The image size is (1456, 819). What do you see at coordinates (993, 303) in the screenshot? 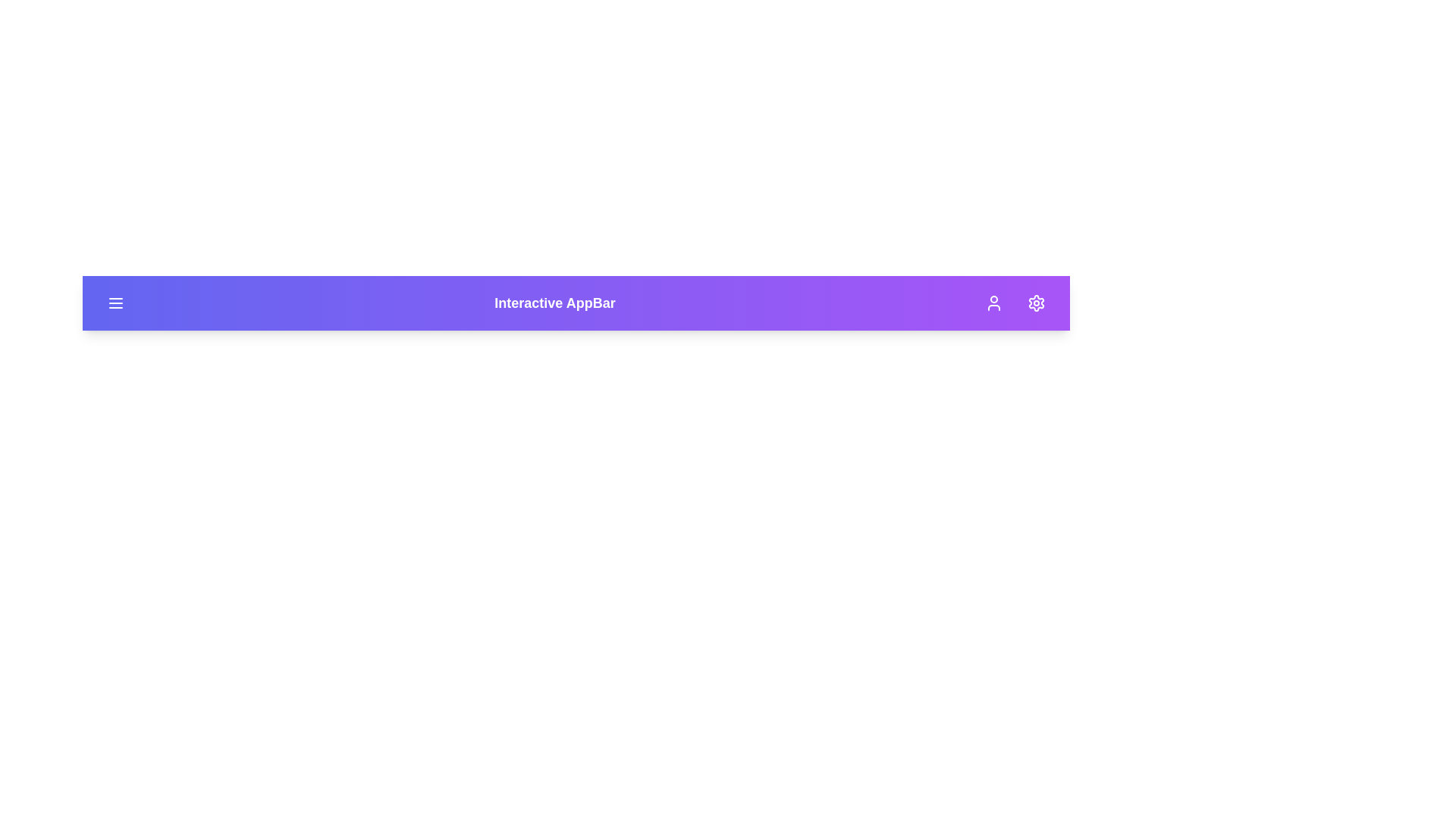
I see `the user icon button` at bounding box center [993, 303].